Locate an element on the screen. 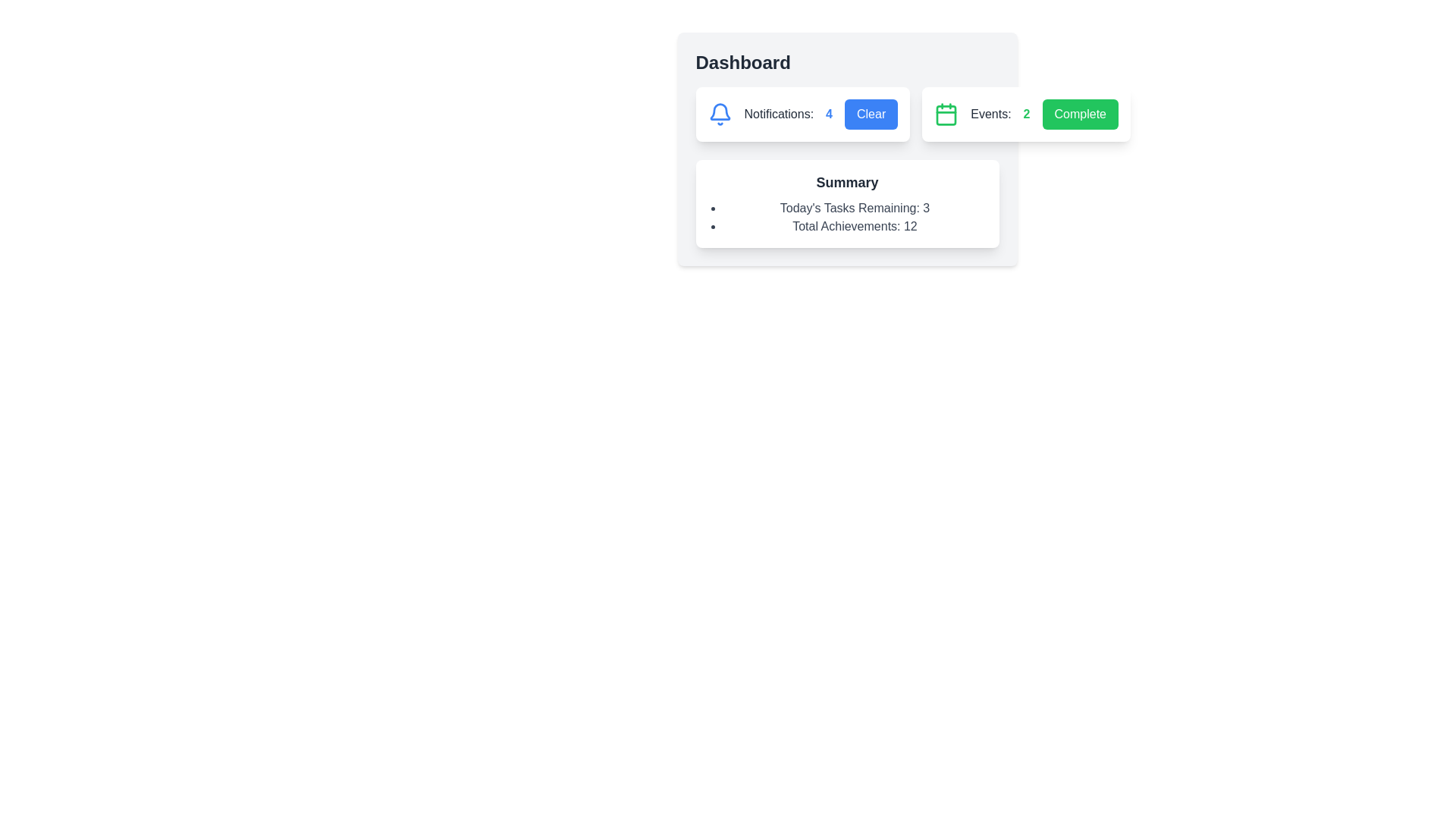 The image size is (1456, 819). the green square with rounded corners that is part of the calendar icon, located in the top-right area of the dashboard interface is located at coordinates (946, 115).